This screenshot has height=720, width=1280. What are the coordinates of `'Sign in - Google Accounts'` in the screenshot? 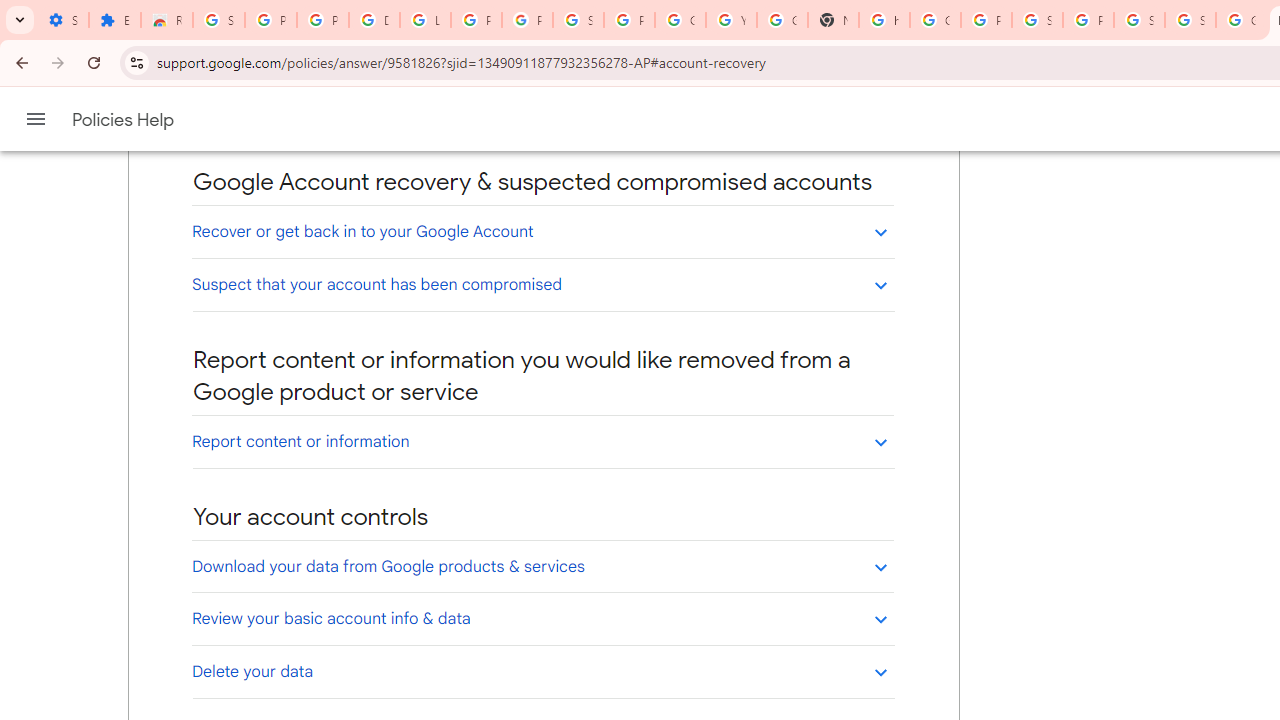 It's located at (1139, 20).